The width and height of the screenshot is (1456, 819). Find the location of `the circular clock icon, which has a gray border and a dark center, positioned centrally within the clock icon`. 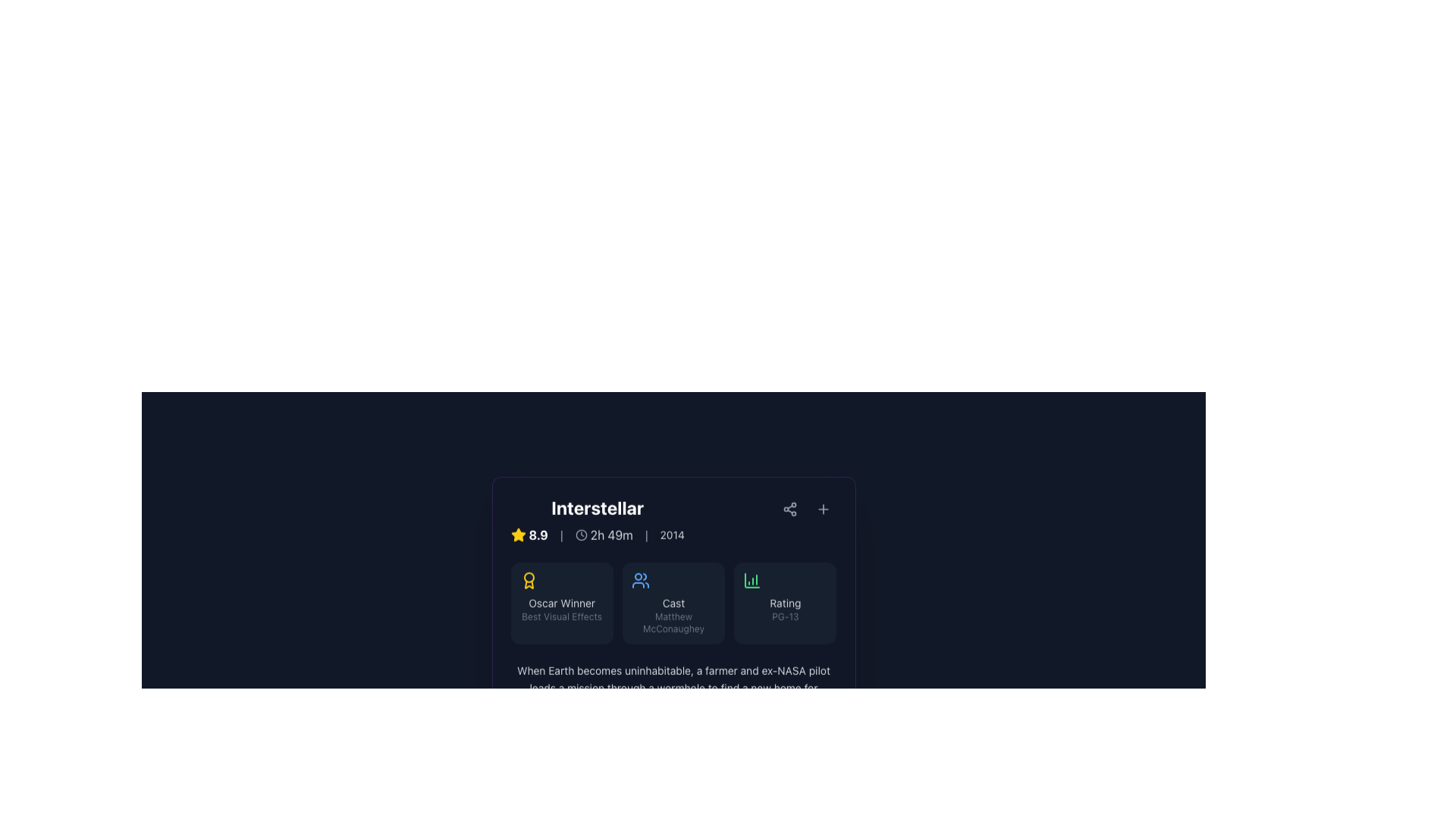

the circular clock icon, which has a gray border and a dark center, positioned centrally within the clock icon is located at coordinates (580, 534).